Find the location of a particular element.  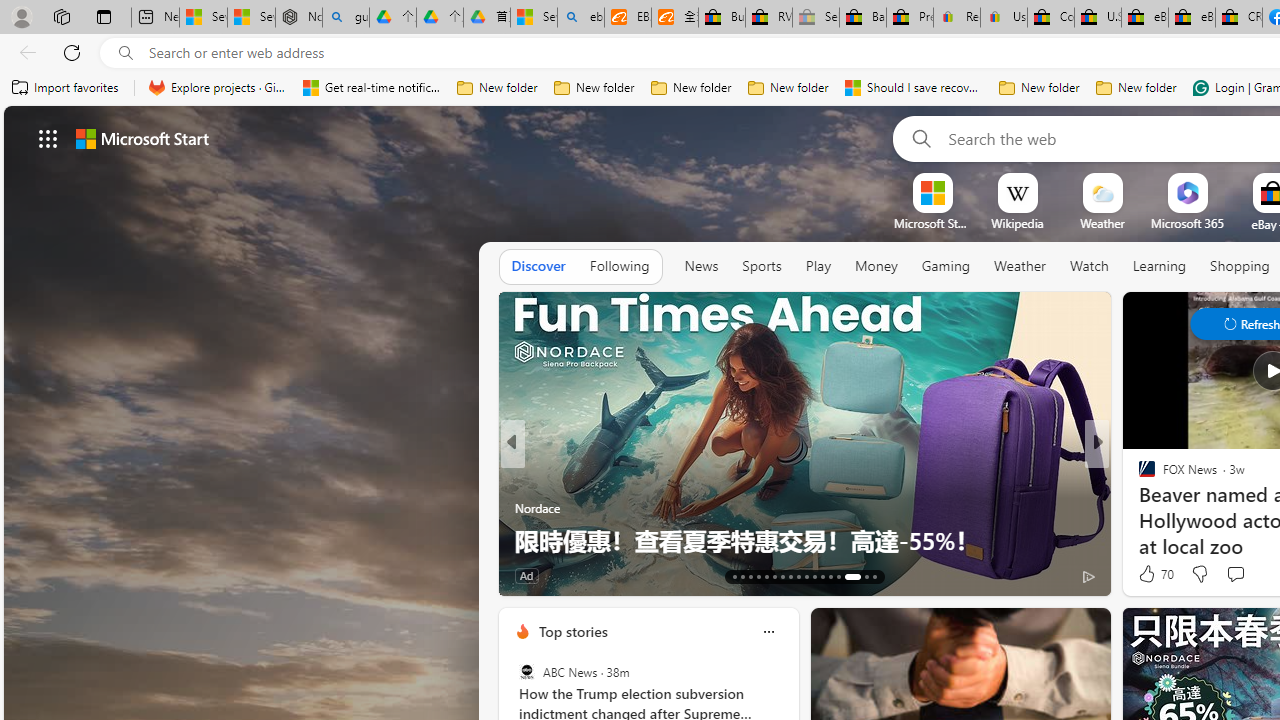

'AutomationID: tab-21' is located at coordinates (797, 577).